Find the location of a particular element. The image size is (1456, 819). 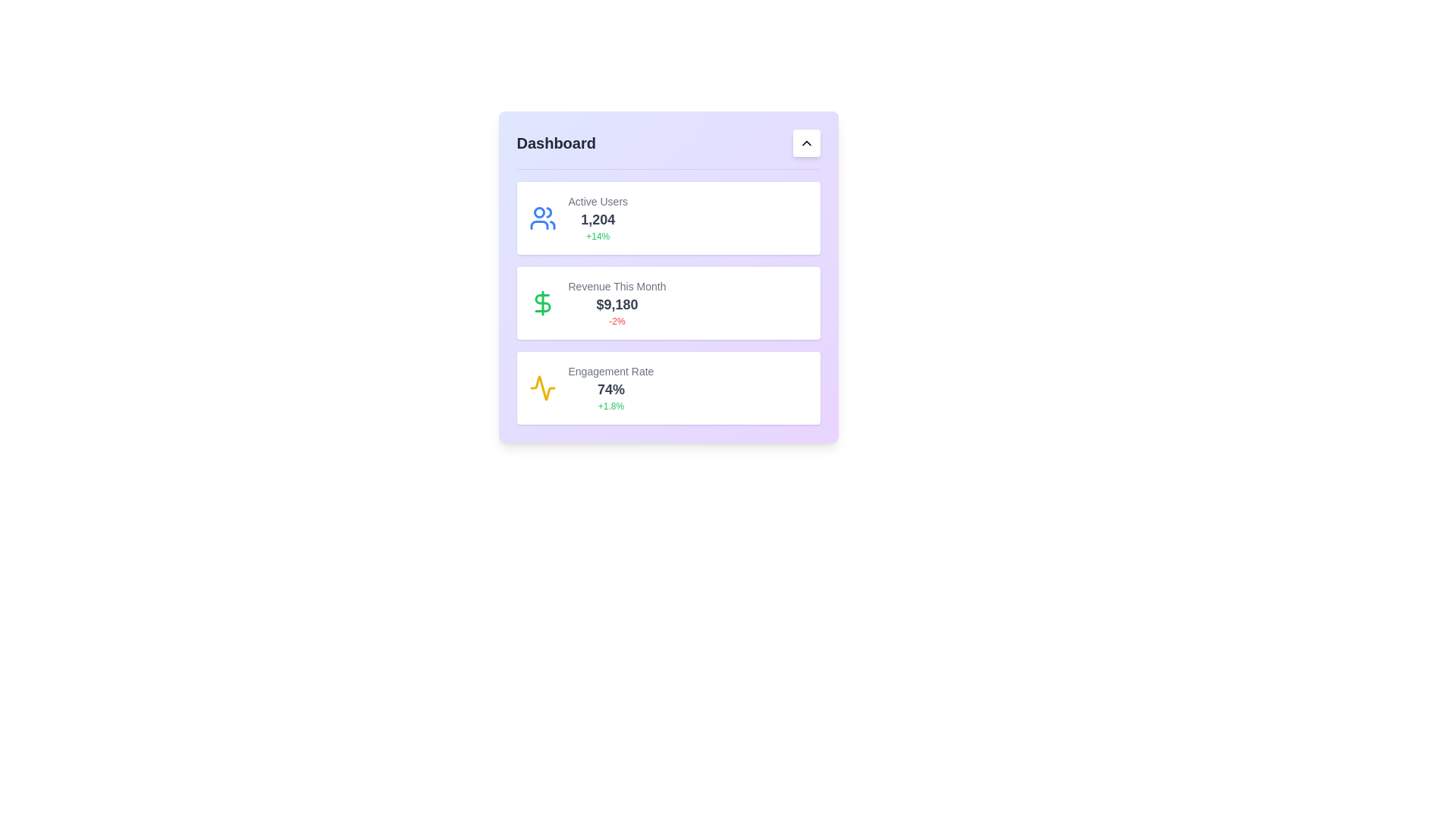

the Text Display element that shows the active user count '1,204', located within the card titled 'Active Users' on the dashboard is located at coordinates (597, 219).